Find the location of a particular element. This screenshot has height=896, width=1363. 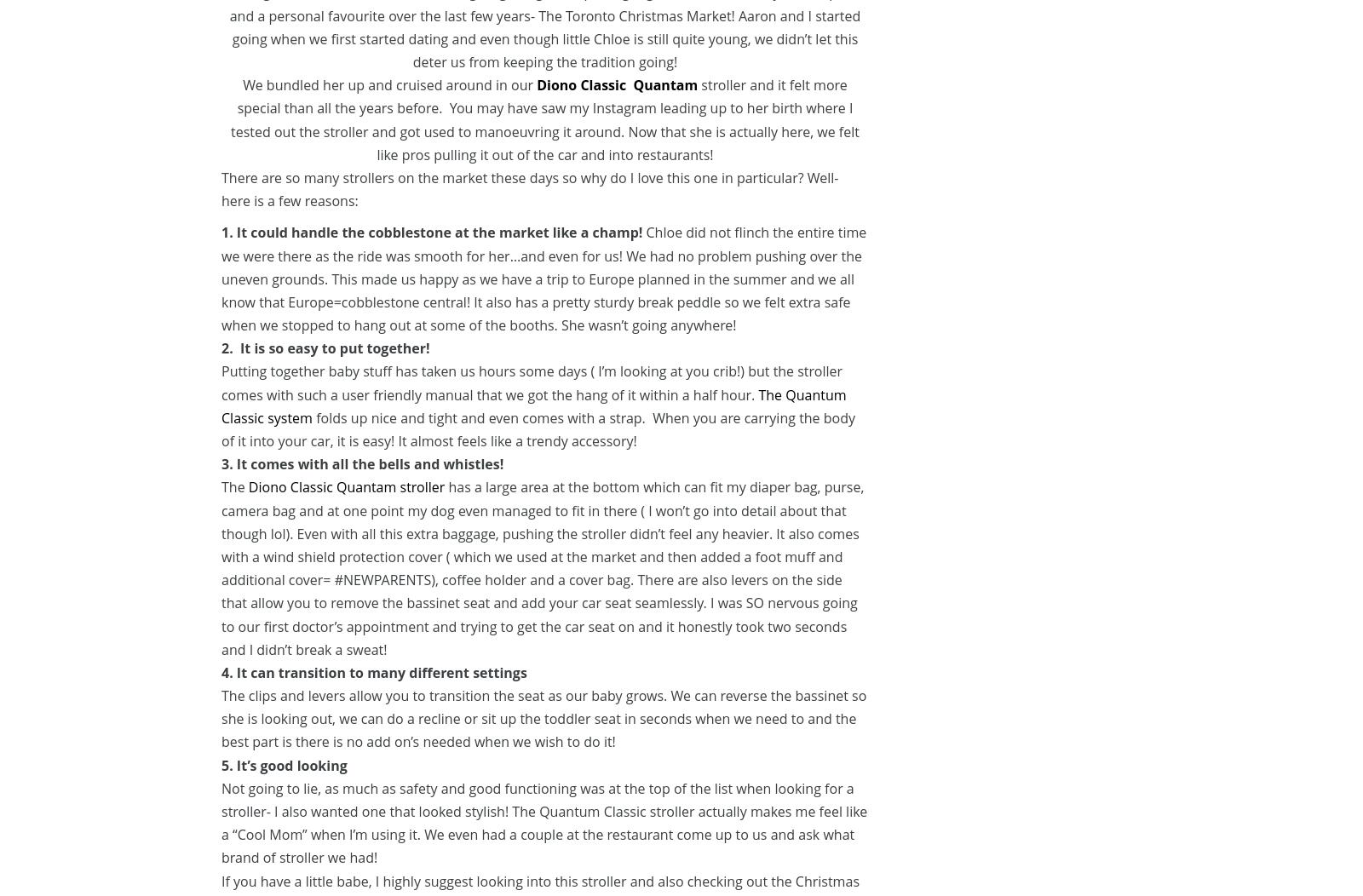

'5. It’s good looking' is located at coordinates (284, 764).